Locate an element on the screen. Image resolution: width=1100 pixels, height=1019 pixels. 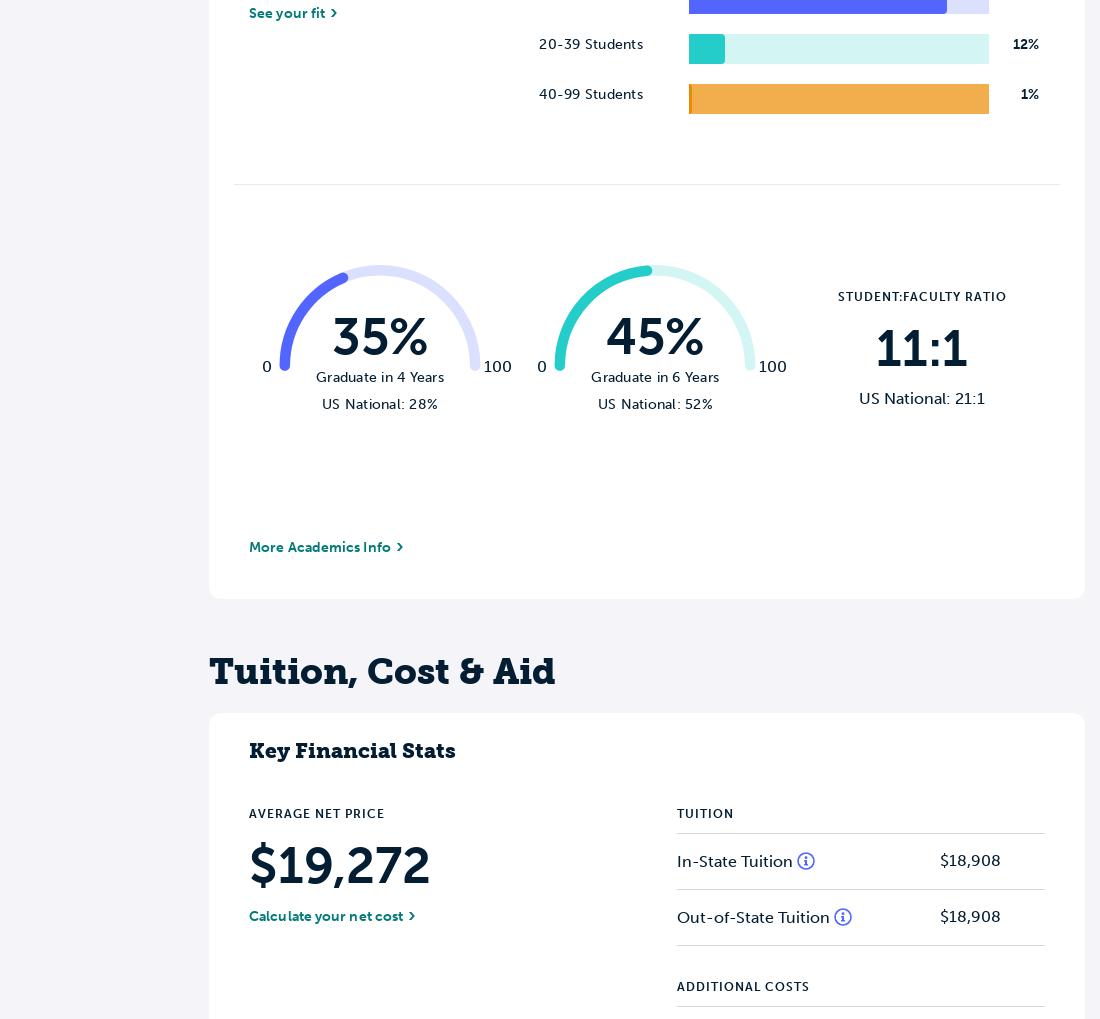
'Additional Costs' is located at coordinates (677, 985).